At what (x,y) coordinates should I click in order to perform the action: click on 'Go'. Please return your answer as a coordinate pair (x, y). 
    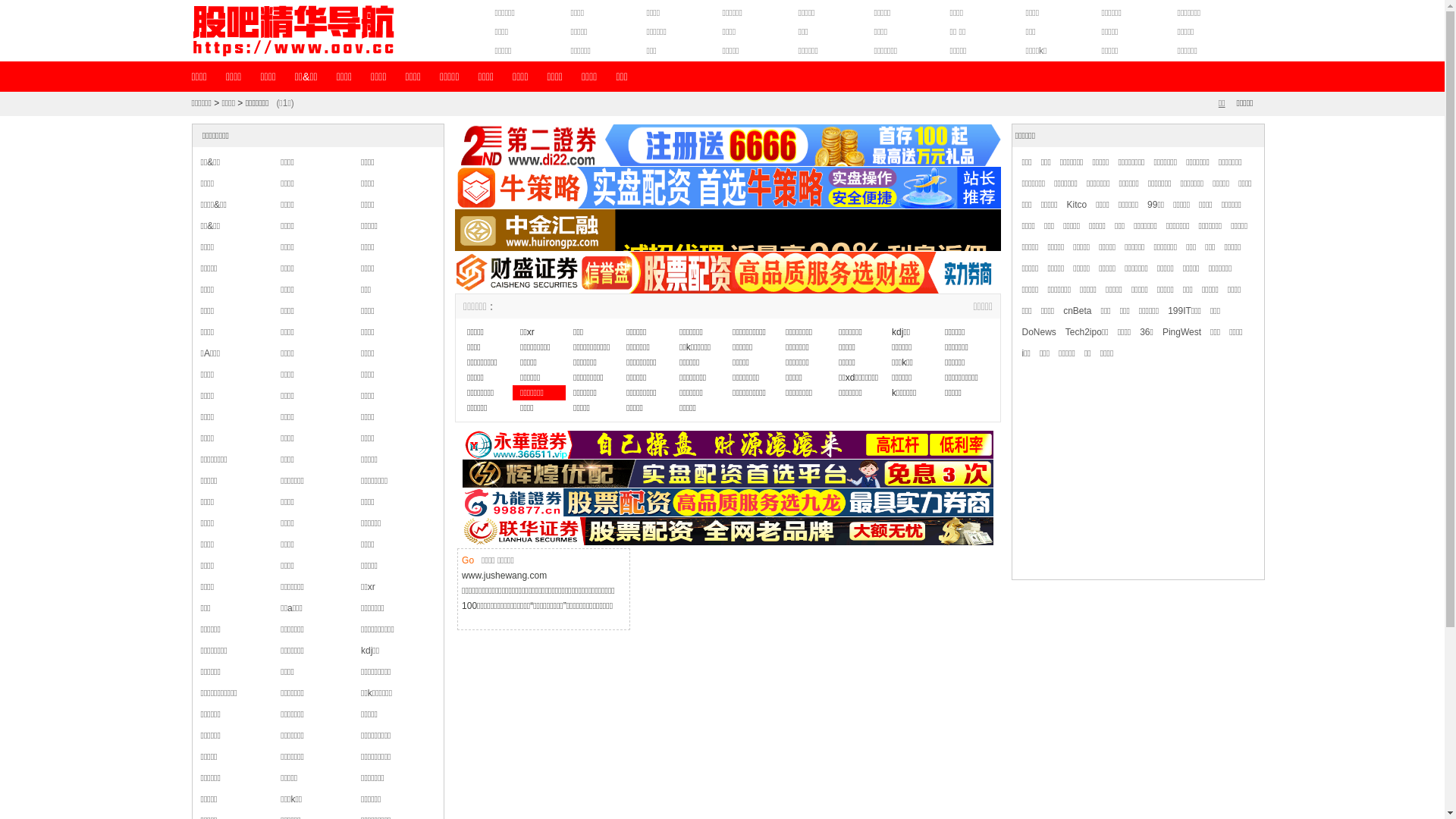
    Looking at the image, I should click on (467, 560).